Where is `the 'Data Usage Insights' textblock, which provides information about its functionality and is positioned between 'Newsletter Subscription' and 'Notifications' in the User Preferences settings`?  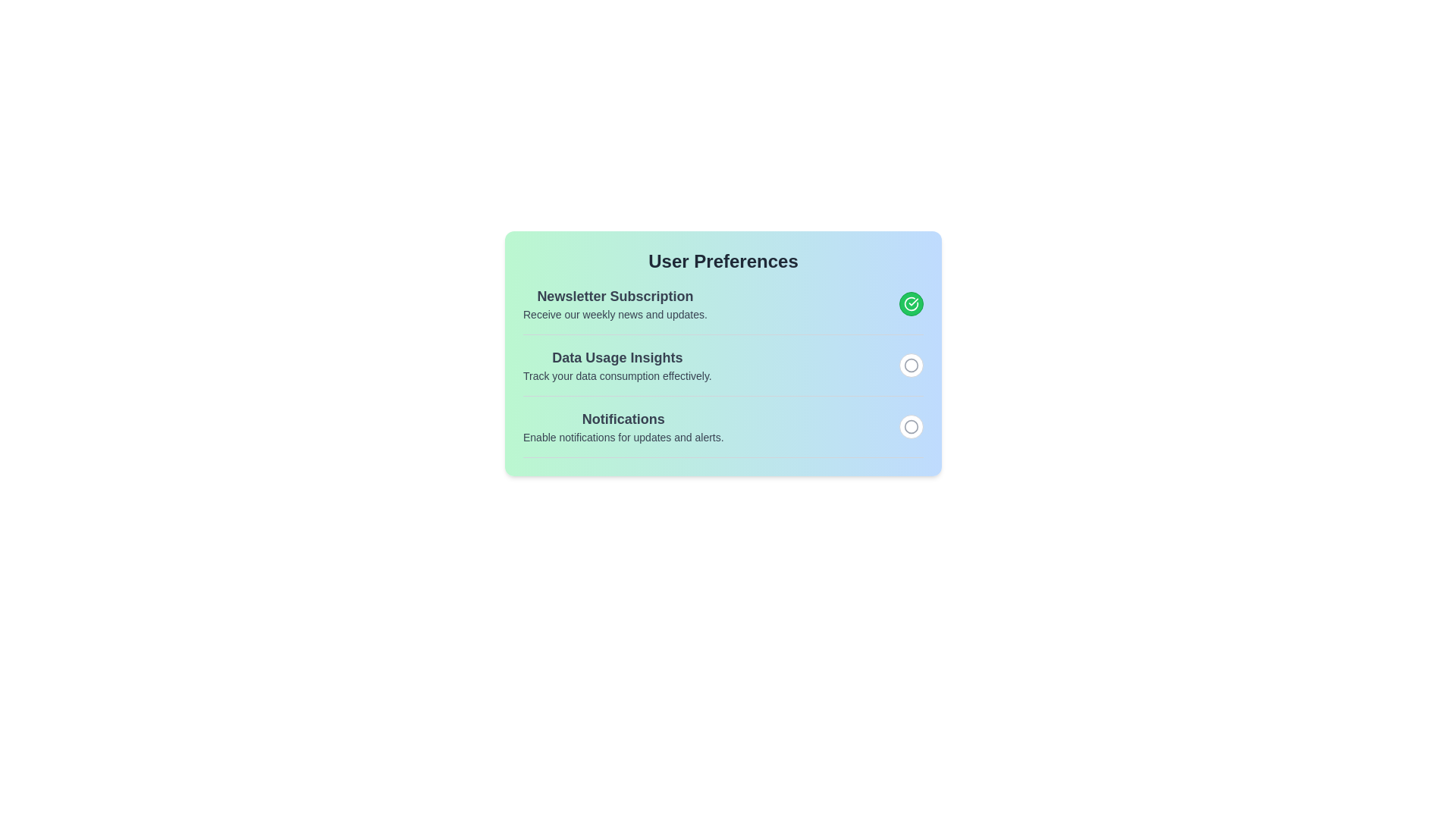
the 'Data Usage Insights' textblock, which provides information about its functionality and is positioned between 'Newsletter Subscription' and 'Notifications' in the User Preferences settings is located at coordinates (723, 366).